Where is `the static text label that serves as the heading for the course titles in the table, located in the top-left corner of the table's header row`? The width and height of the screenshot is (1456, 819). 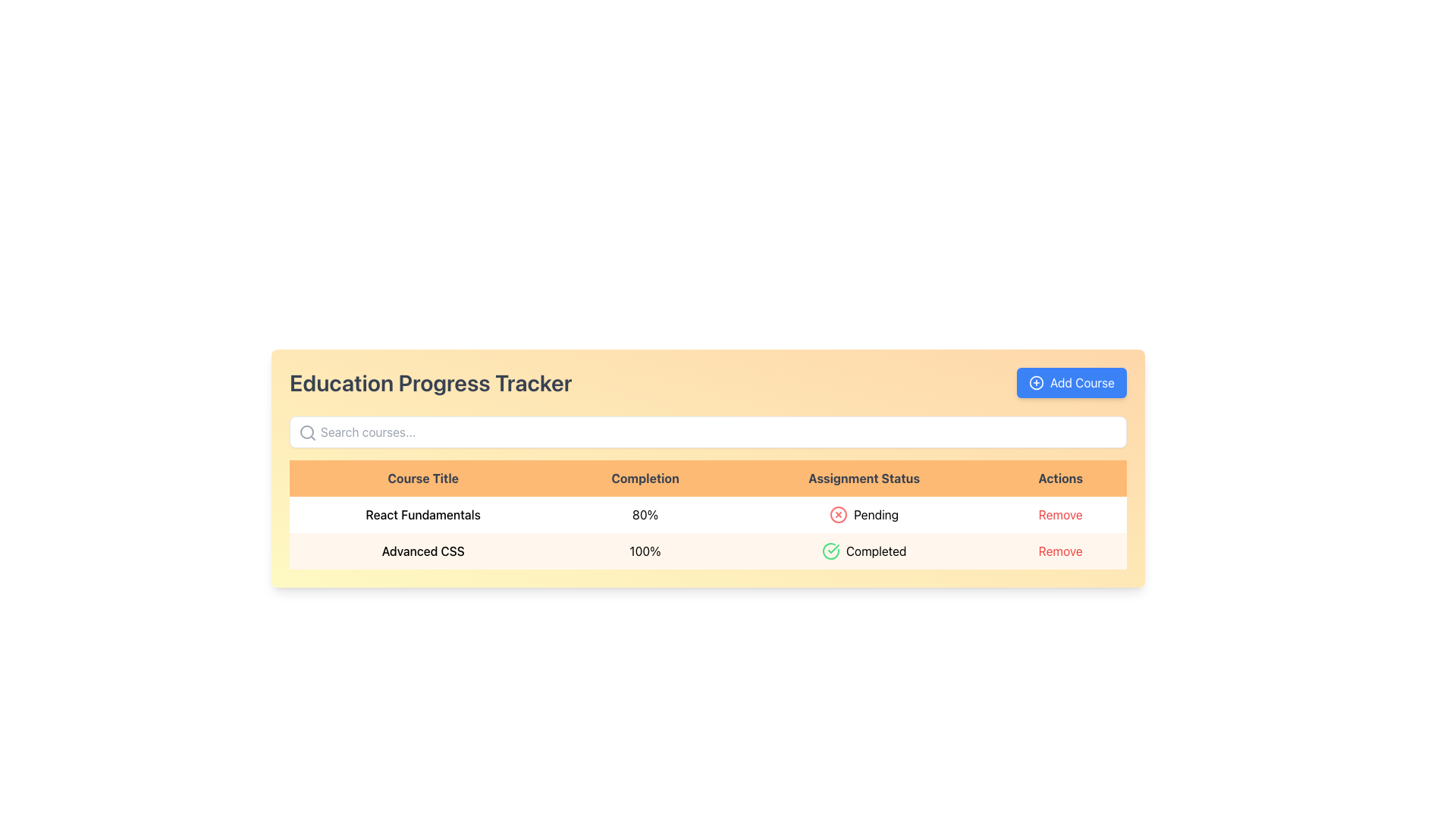 the static text label that serves as the heading for the course titles in the table, located in the top-left corner of the table's header row is located at coordinates (423, 479).